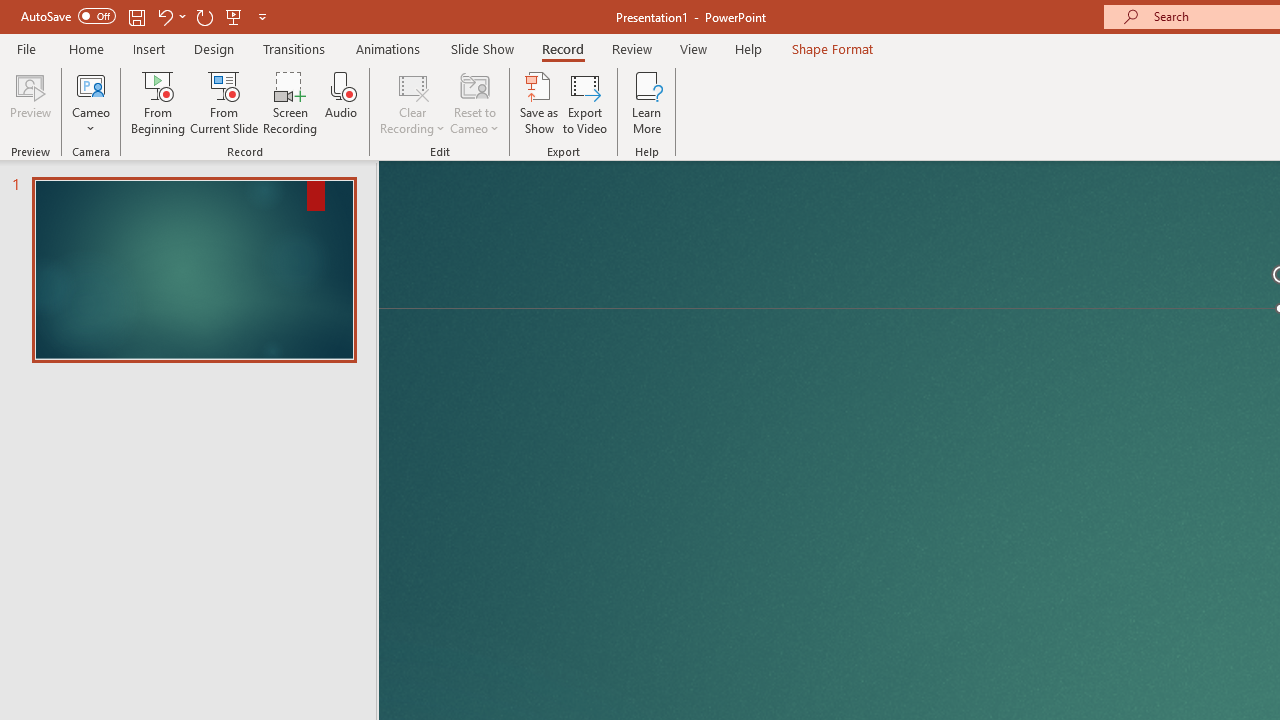  What do you see at coordinates (647, 103) in the screenshot?
I see `'Learn More'` at bounding box center [647, 103].